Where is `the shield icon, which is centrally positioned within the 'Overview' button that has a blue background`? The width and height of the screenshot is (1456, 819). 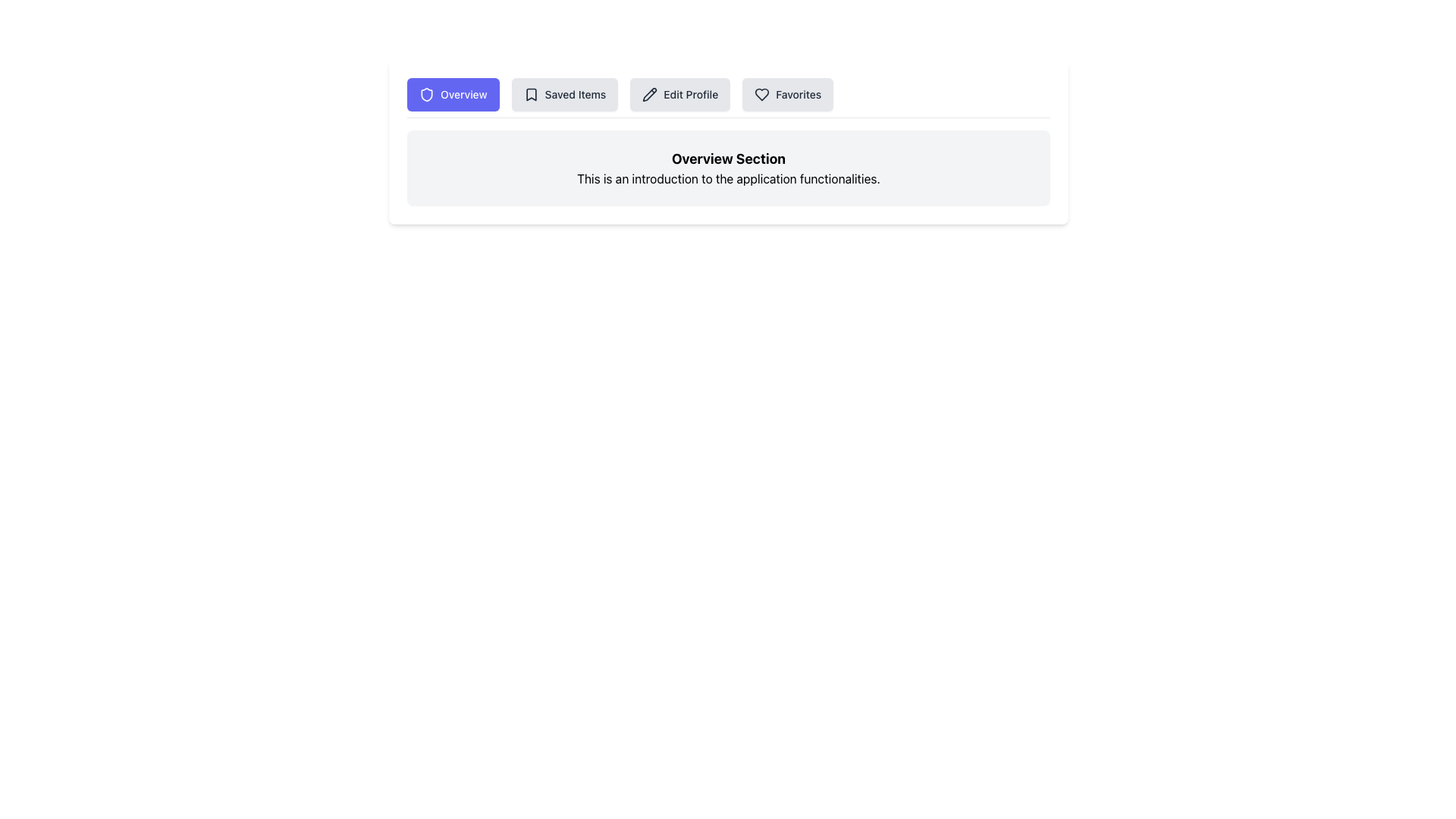
the shield icon, which is centrally positioned within the 'Overview' button that has a blue background is located at coordinates (425, 94).